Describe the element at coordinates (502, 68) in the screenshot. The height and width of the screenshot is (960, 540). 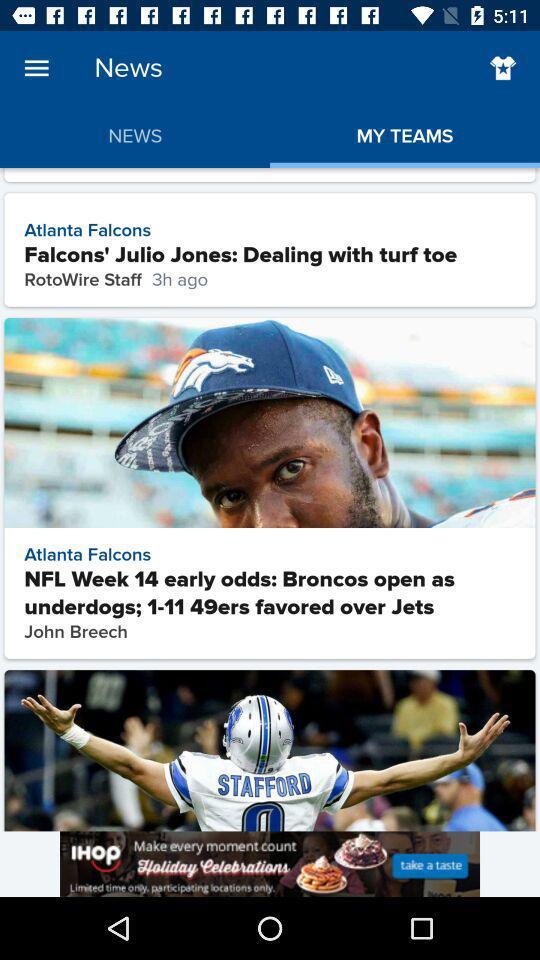
I see `to favorite` at that location.